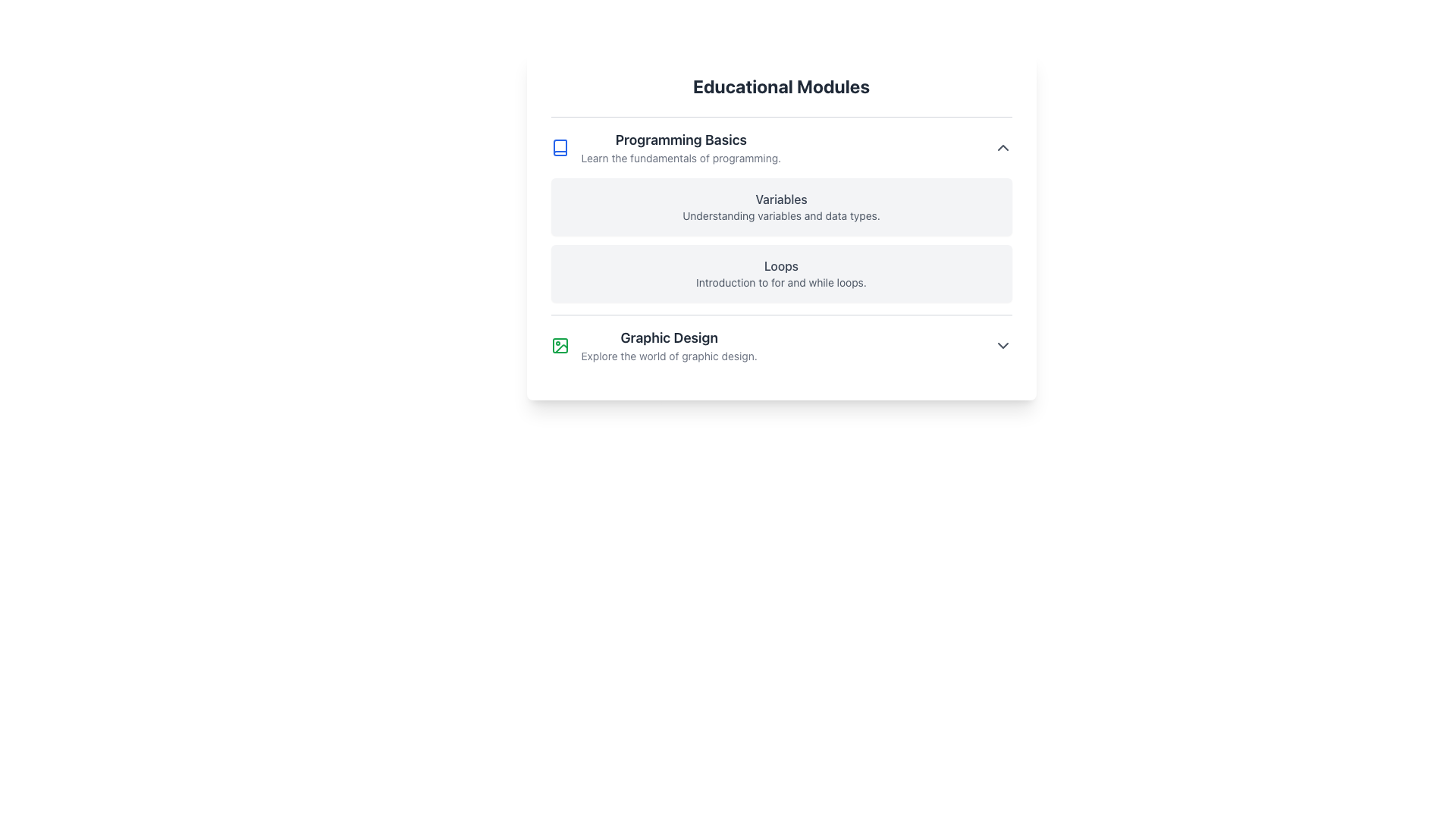  What do you see at coordinates (781, 216) in the screenshot?
I see `the Text Description element that reads 'Understanding variables and data types.', which is located beneath the title 'Variables' in the 'Variables' card` at bounding box center [781, 216].